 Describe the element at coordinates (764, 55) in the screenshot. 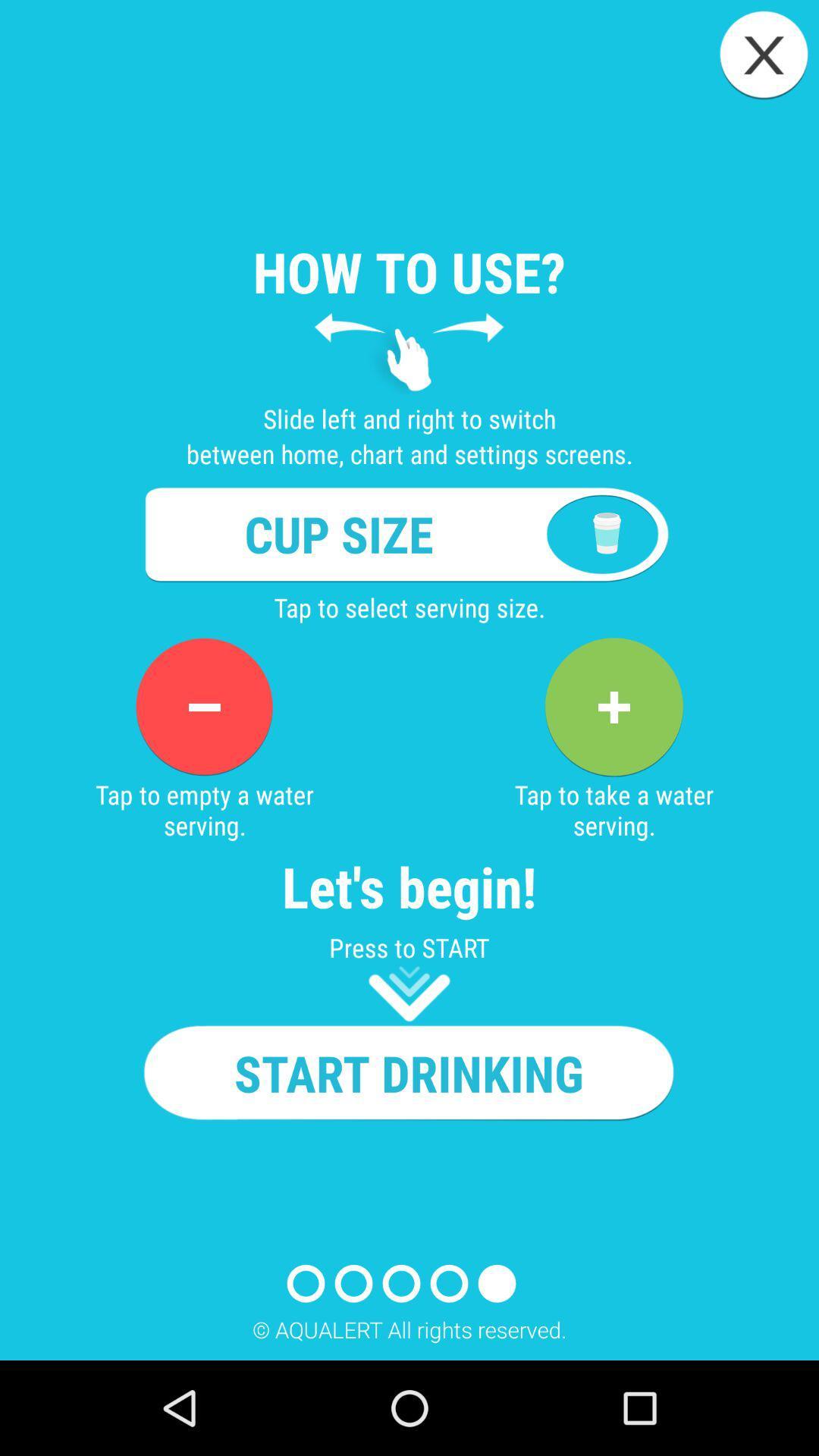

I see `screen` at that location.